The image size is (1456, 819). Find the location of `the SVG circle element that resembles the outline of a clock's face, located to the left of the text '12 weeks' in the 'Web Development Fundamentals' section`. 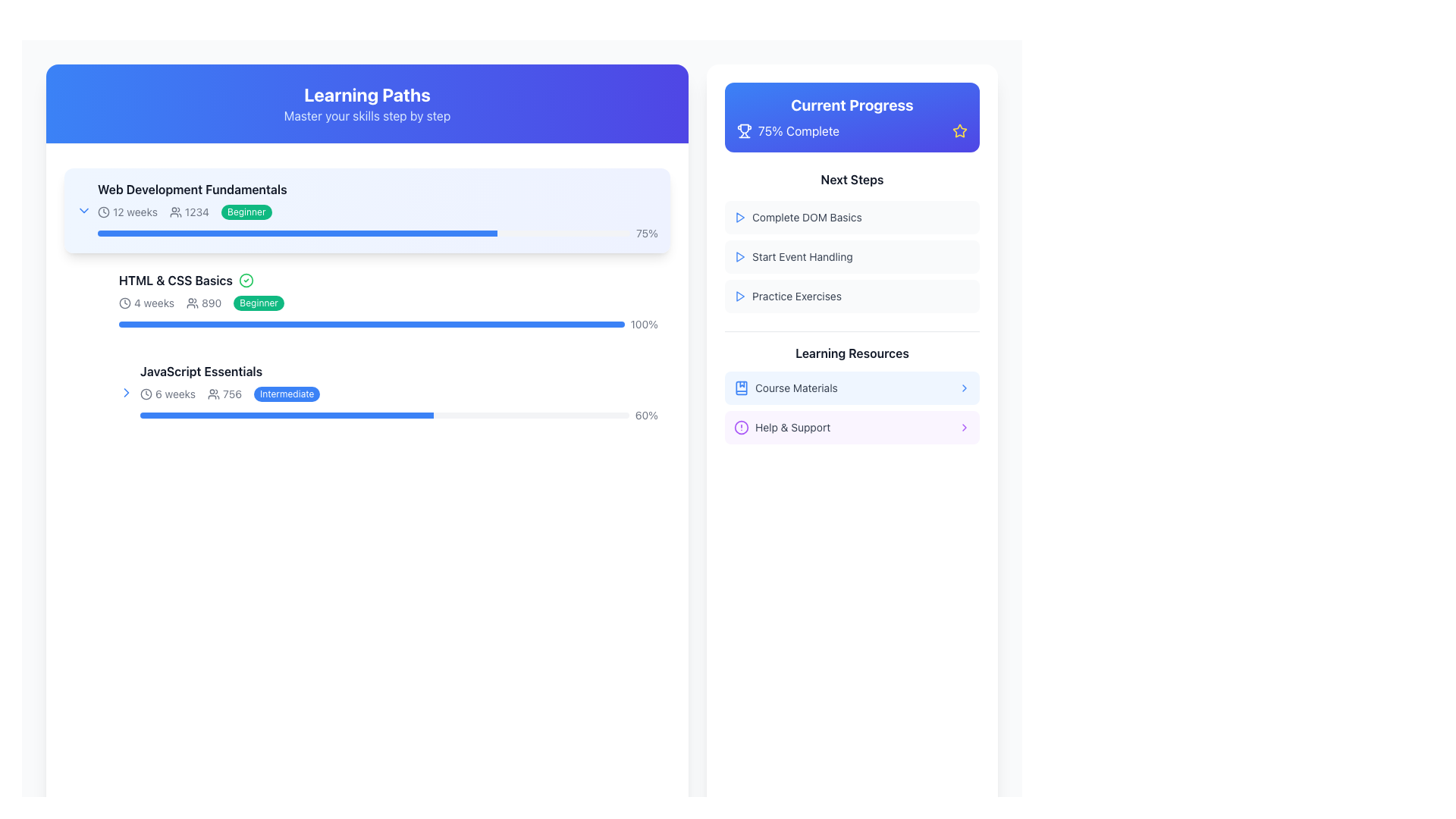

the SVG circle element that resembles the outline of a clock's face, located to the left of the text '12 weeks' in the 'Web Development Fundamentals' section is located at coordinates (103, 212).